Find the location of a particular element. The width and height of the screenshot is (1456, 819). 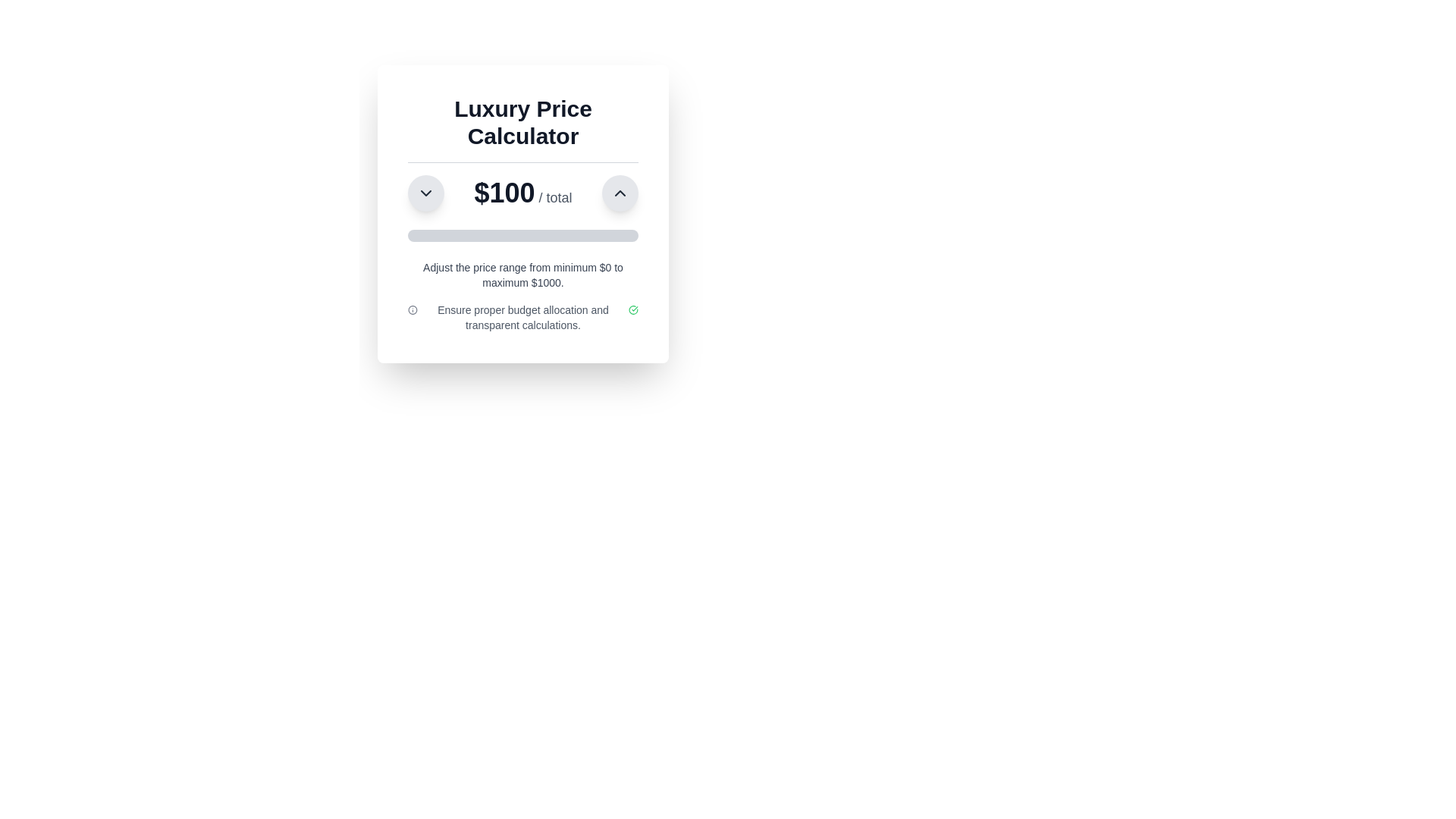

the circular button with a light gray background and a downward-pointing chevron icon is located at coordinates (425, 192).